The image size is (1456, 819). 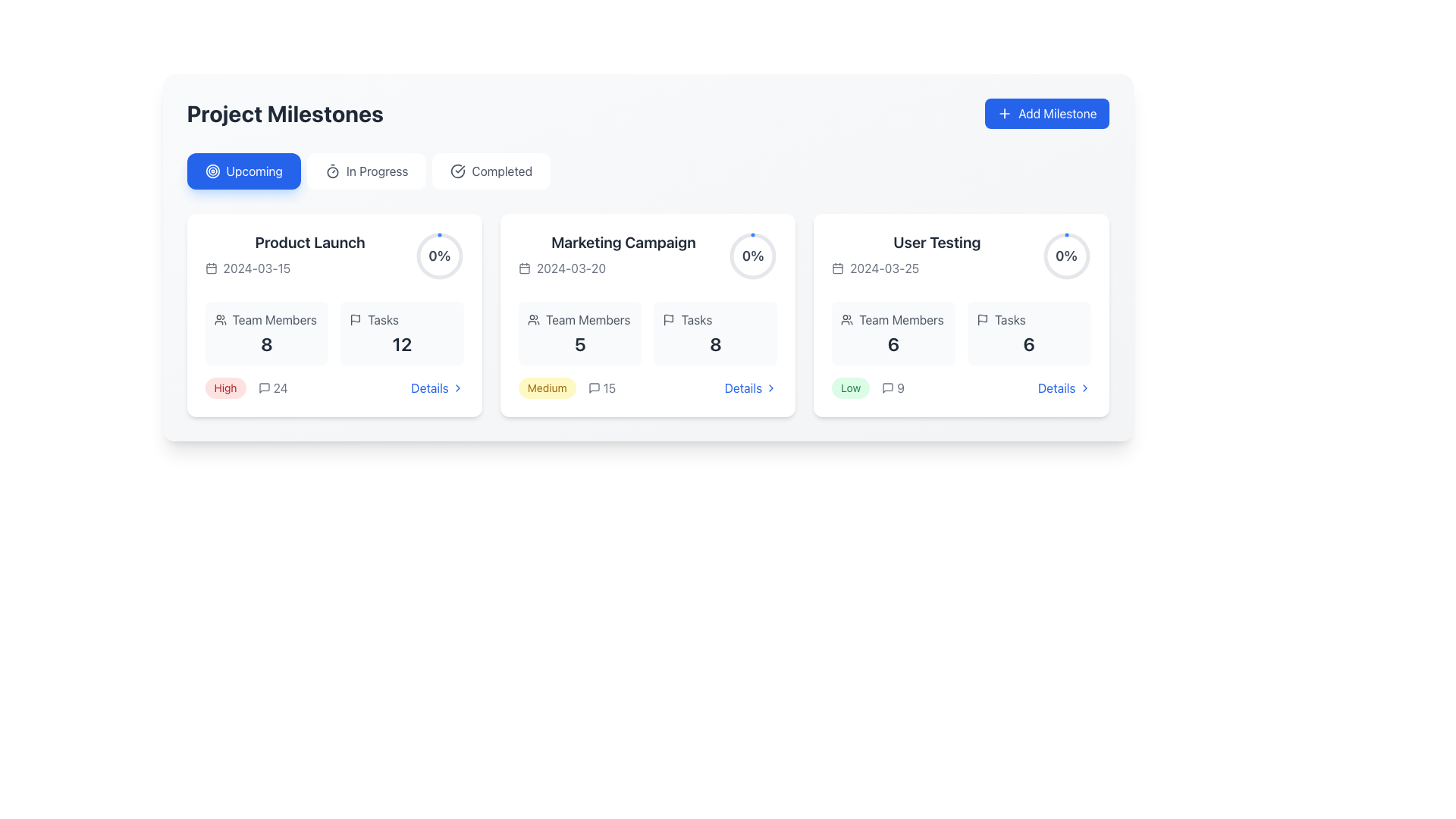 I want to click on the chevron arrow icon located next to the 'Details' label, so click(x=457, y=388).